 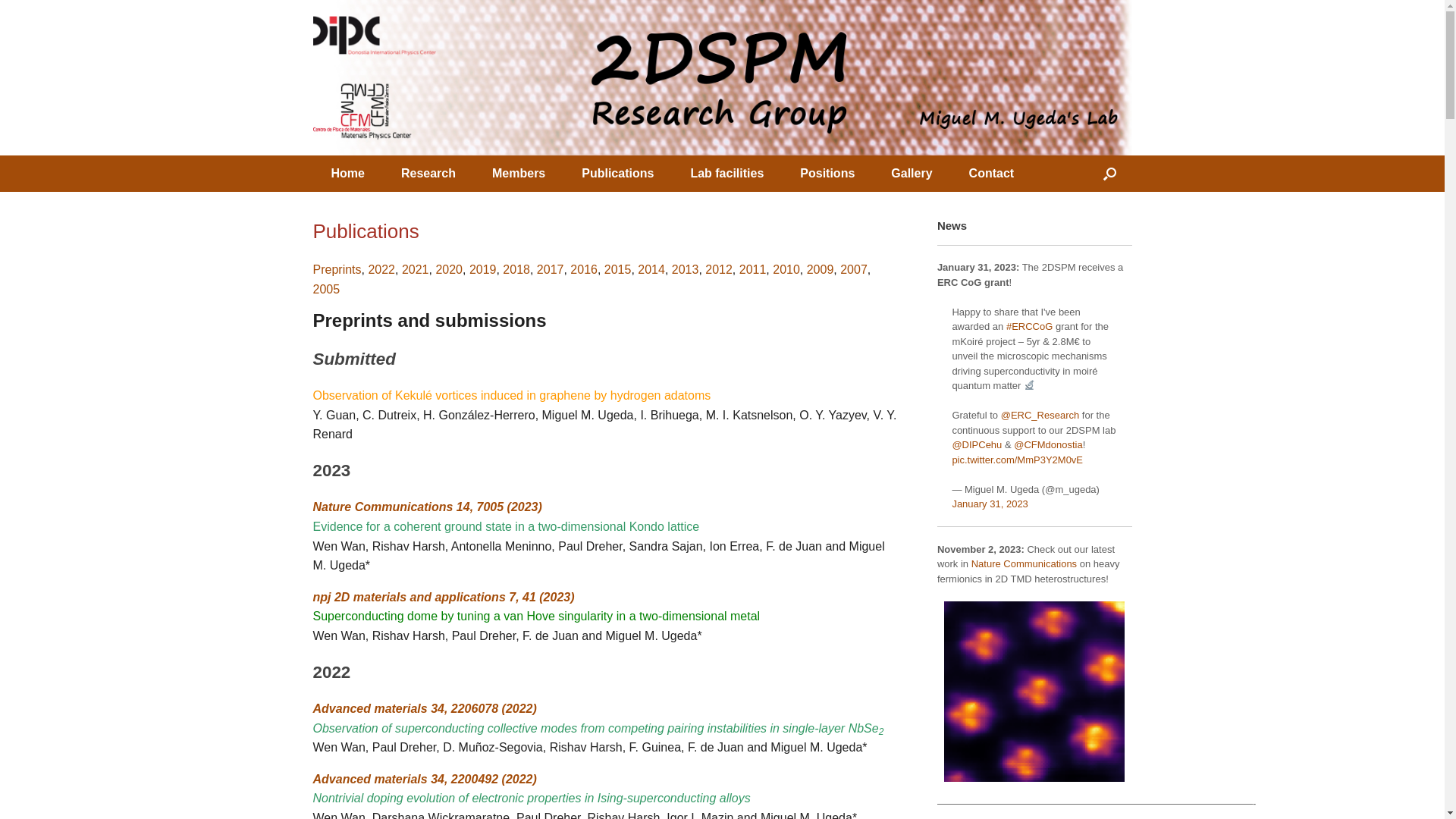 I want to click on 'January 31, 2023', so click(x=950, y=504).